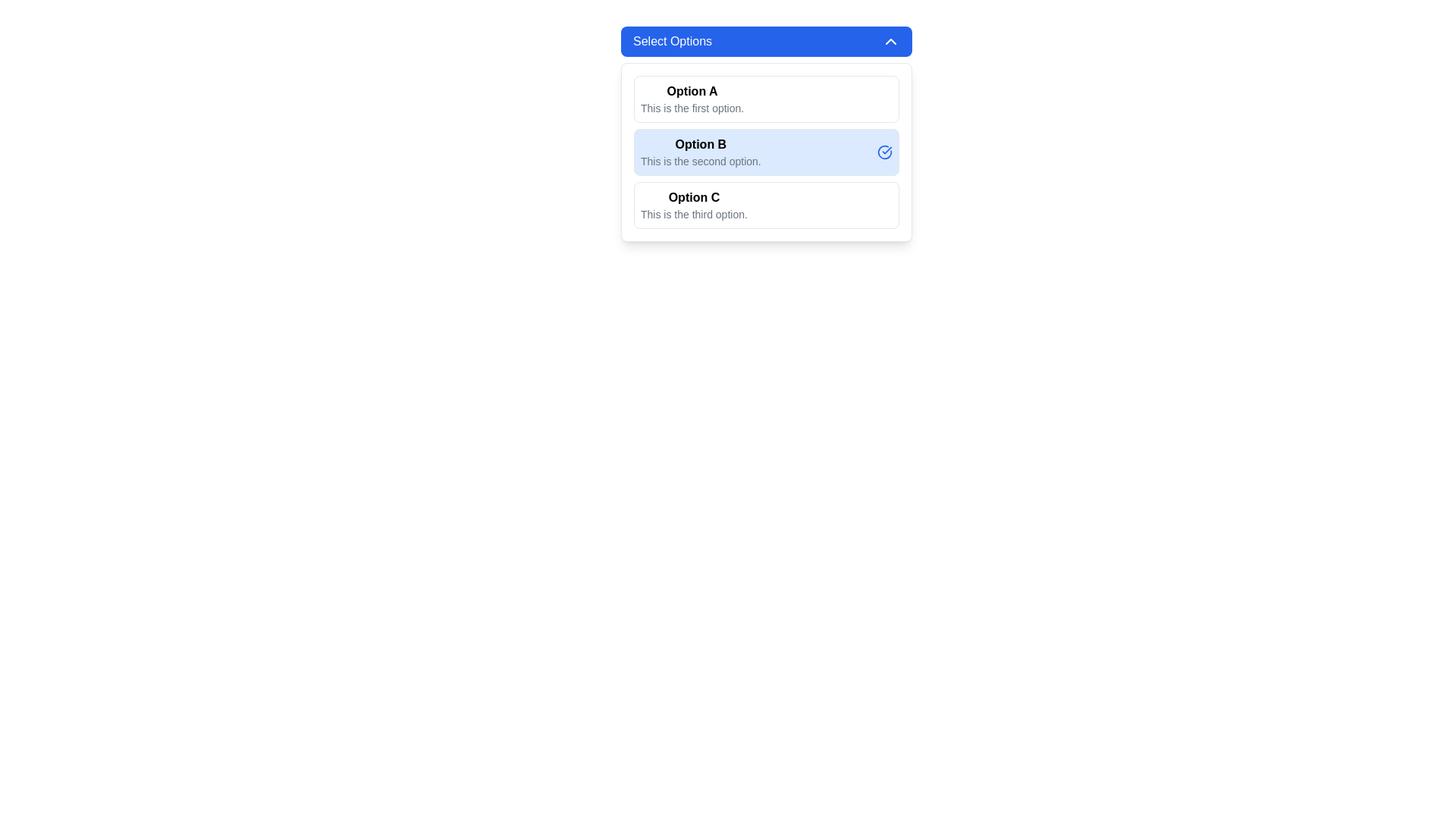 The width and height of the screenshot is (1456, 819). Describe the element at coordinates (693, 205) in the screenshot. I see `the informational text block element titled 'Option C', which is styled in bold and positioned above the description 'This is the third option.'` at that location.